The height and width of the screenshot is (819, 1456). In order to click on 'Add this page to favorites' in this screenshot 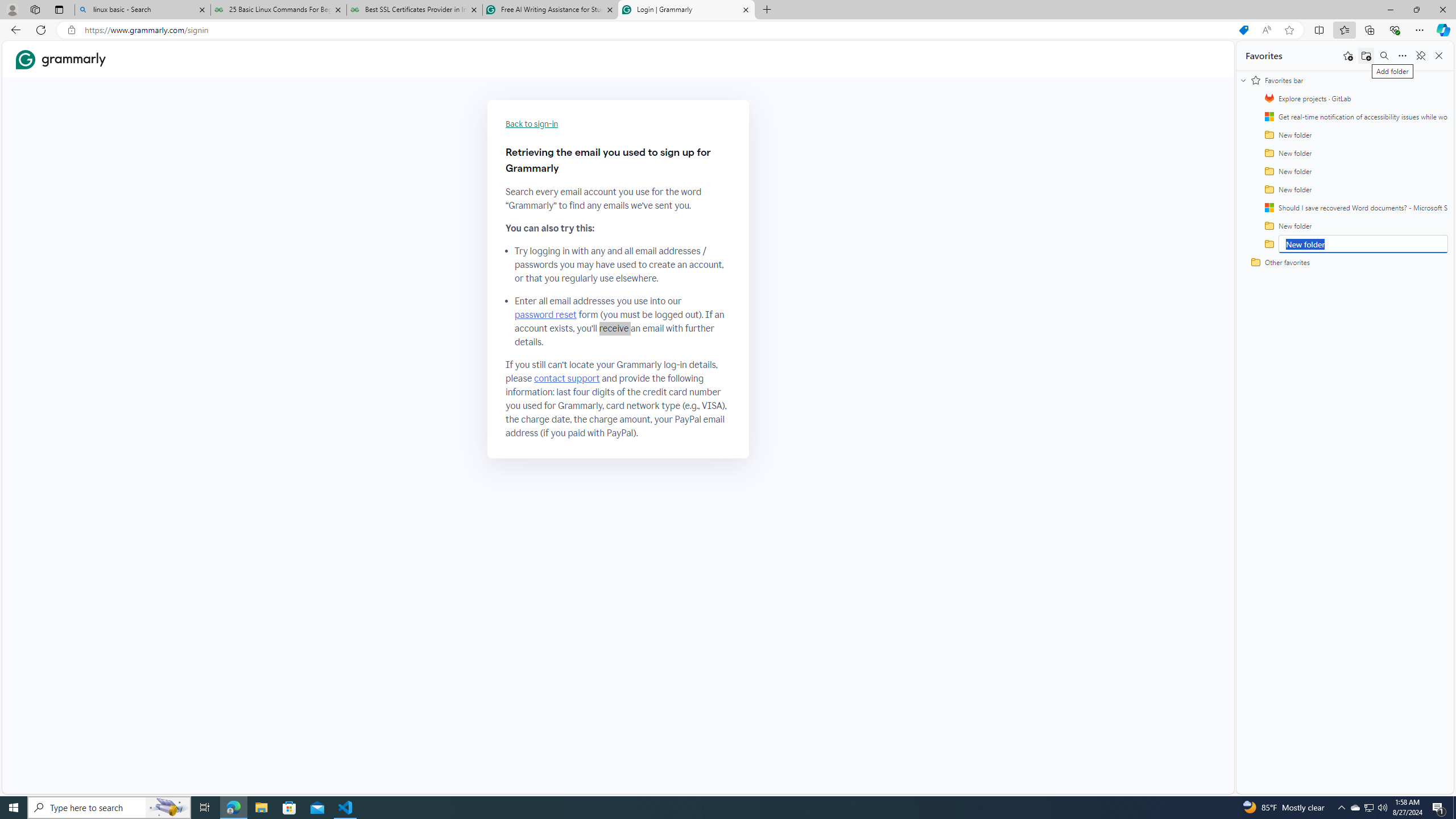, I will do `click(1347, 55)`.